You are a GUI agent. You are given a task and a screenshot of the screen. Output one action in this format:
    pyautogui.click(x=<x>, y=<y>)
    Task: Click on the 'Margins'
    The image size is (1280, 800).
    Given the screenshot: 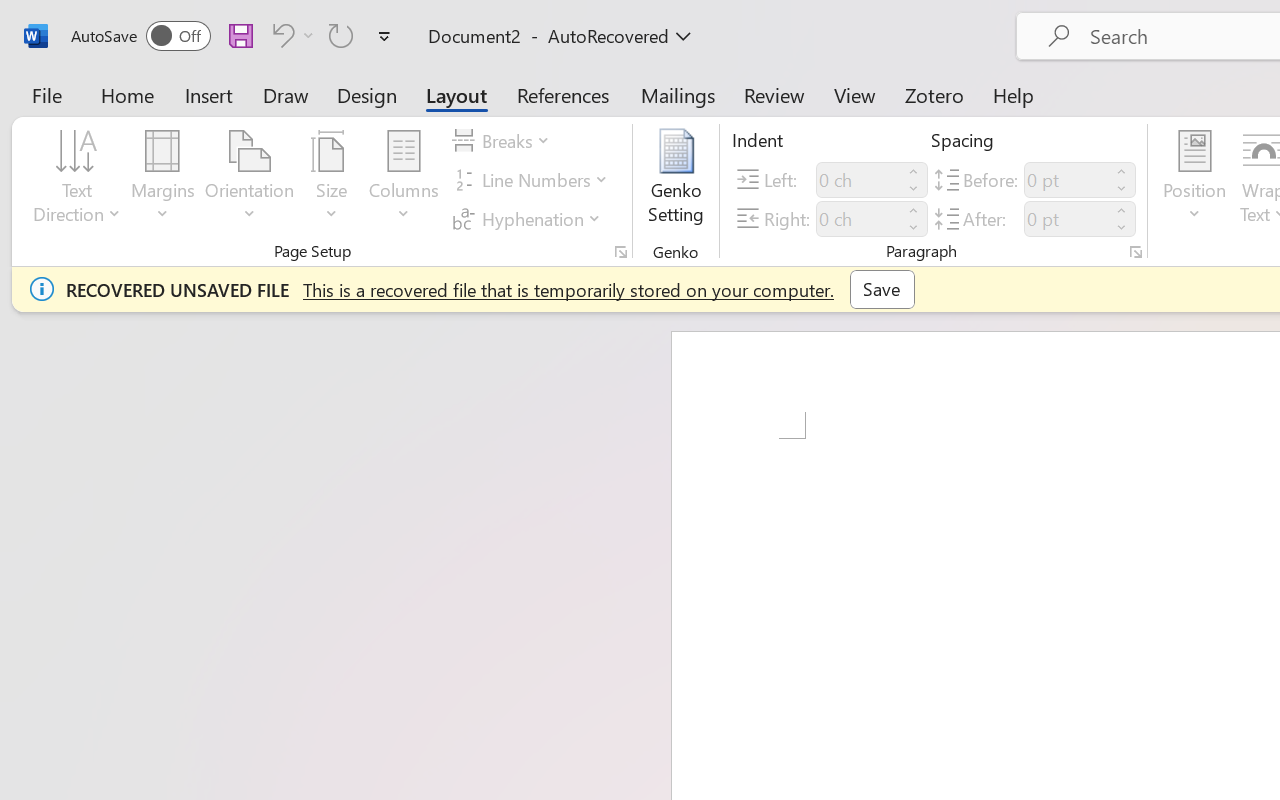 What is the action you would take?
    pyautogui.click(x=163, y=179)
    